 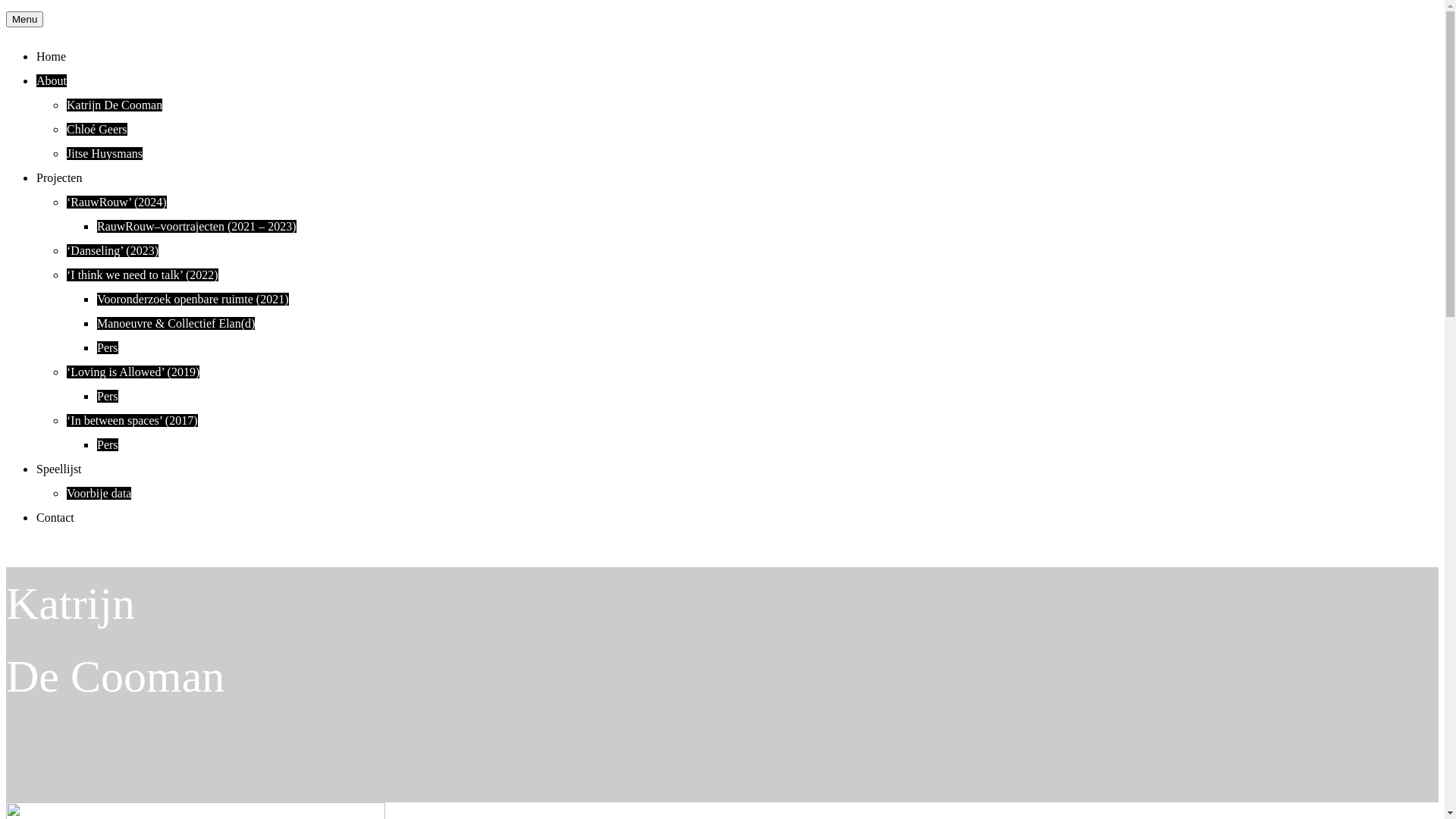 What do you see at coordinates (113, 104) in the screenshot?
I see `'Katrijn De Cooman'` at bounding box center [113, 104].